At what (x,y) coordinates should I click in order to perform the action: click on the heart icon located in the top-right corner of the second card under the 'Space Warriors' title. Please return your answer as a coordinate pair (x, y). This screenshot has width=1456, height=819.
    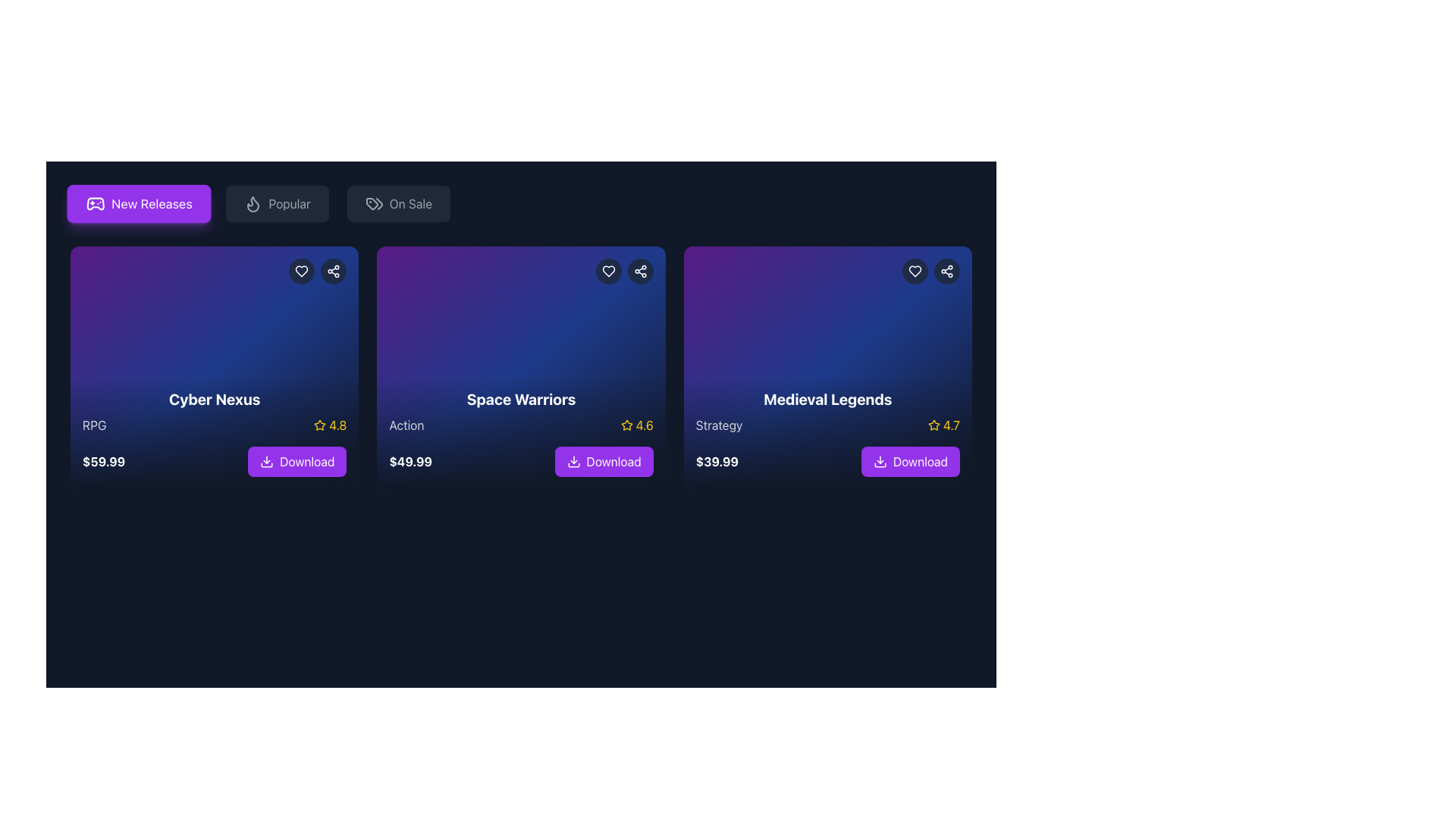
    Looking at the image, I should click on (608, 271).